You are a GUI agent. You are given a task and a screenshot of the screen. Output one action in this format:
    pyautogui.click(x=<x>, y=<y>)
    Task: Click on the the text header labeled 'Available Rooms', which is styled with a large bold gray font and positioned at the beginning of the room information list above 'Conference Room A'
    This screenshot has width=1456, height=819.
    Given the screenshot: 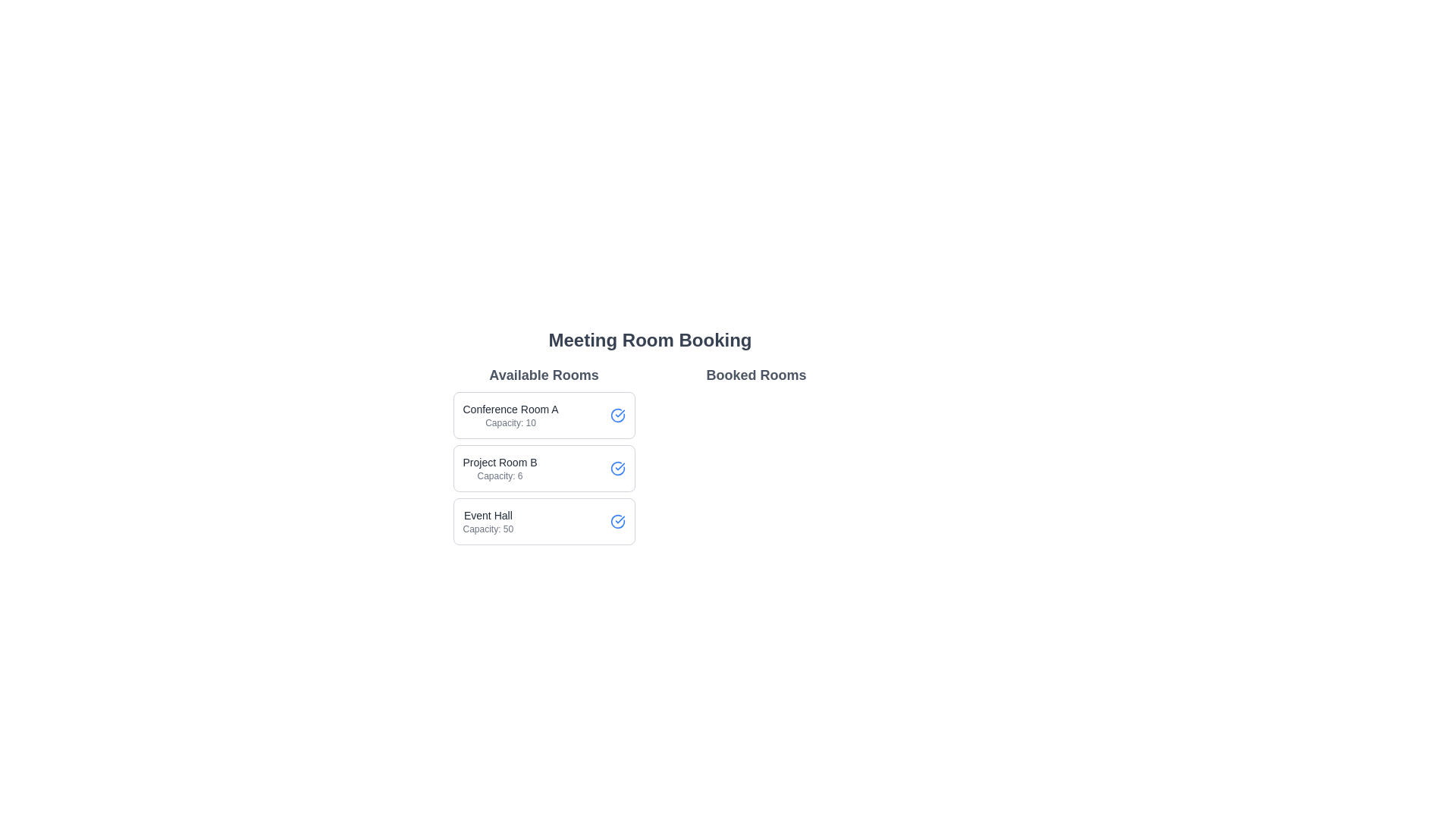 What is the action you would take?
    pyautogui.click(x=544, y=375)
    